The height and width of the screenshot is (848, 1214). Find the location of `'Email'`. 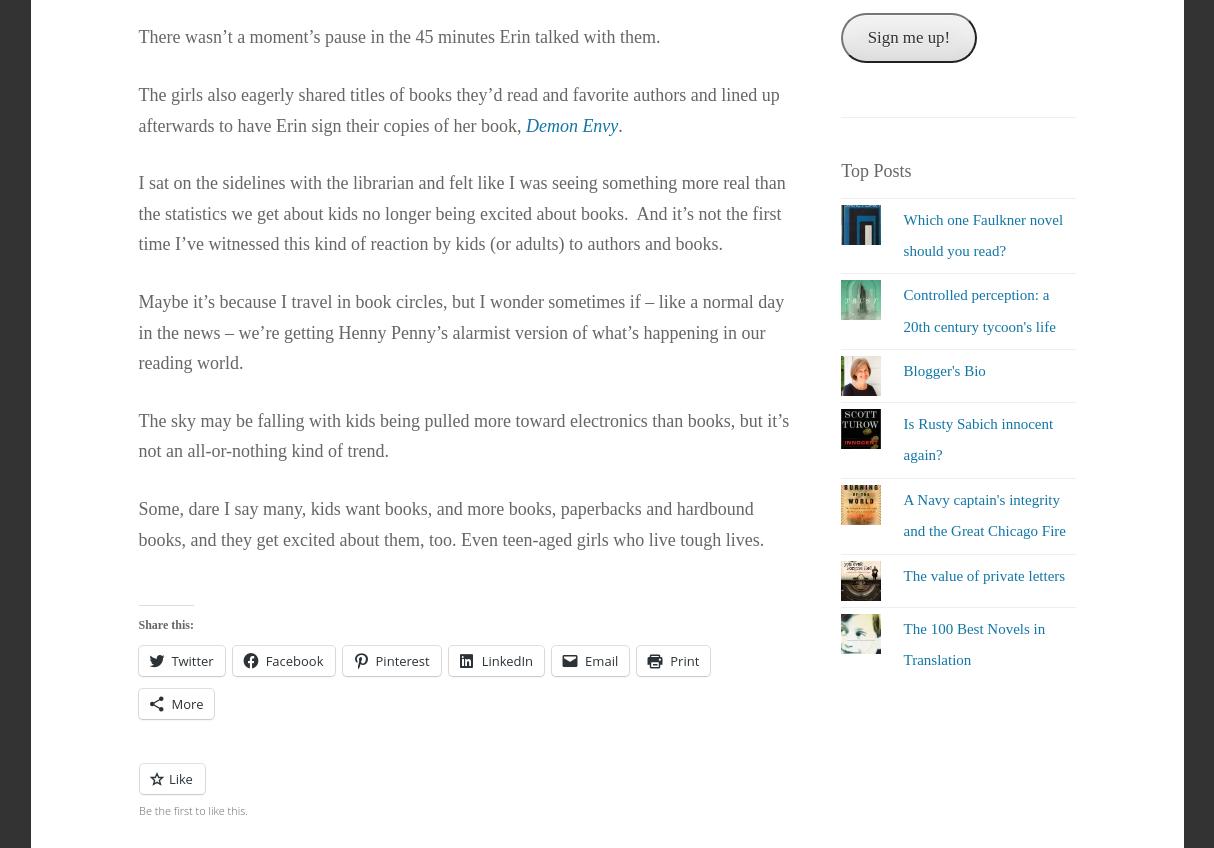

'Email' is located at coordinates (601, 658).